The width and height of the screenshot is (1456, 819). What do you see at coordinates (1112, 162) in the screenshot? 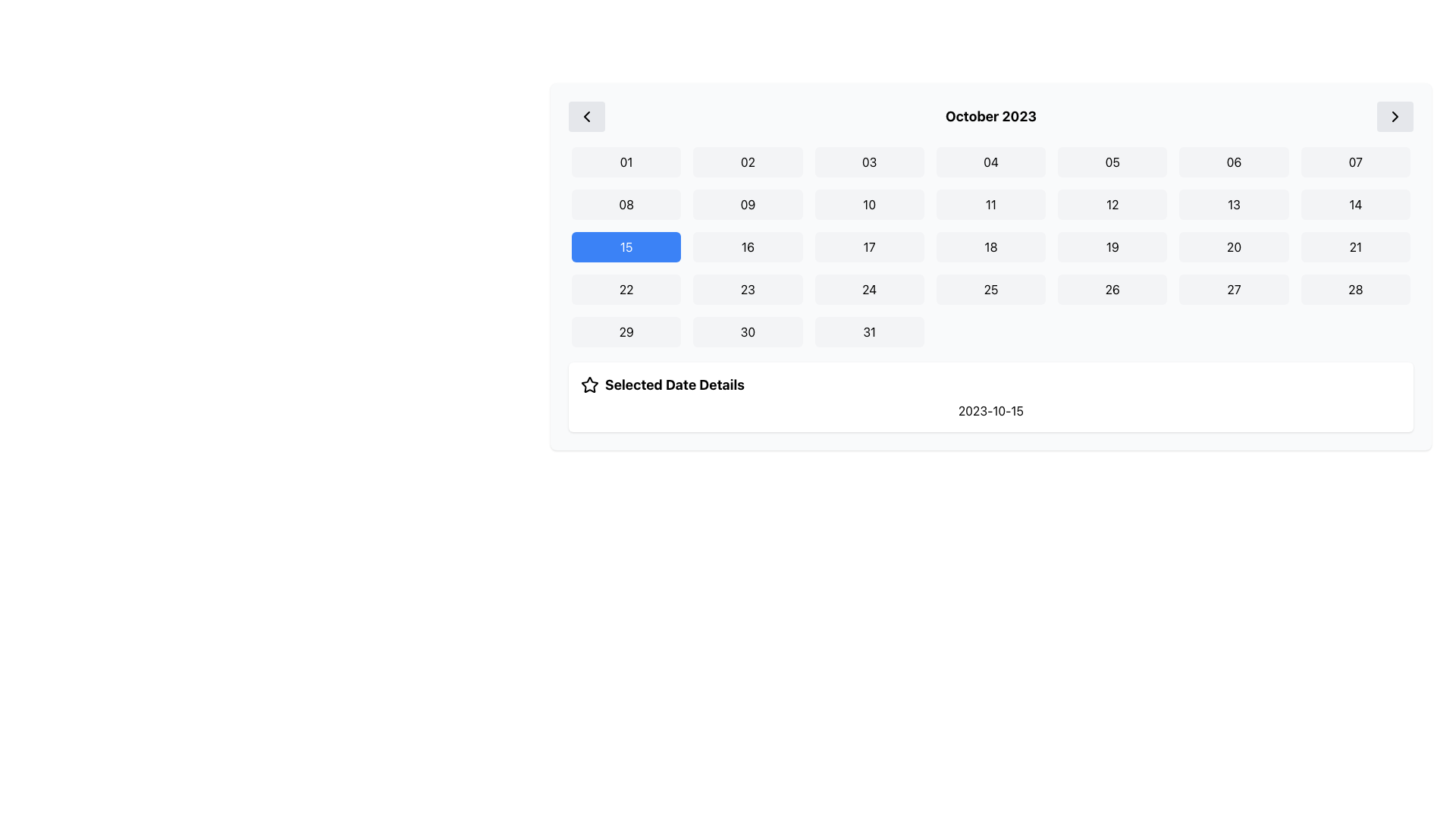
I see `the selectable date button representing '05' in the calendar interface` at bounding box center [1112, 162].